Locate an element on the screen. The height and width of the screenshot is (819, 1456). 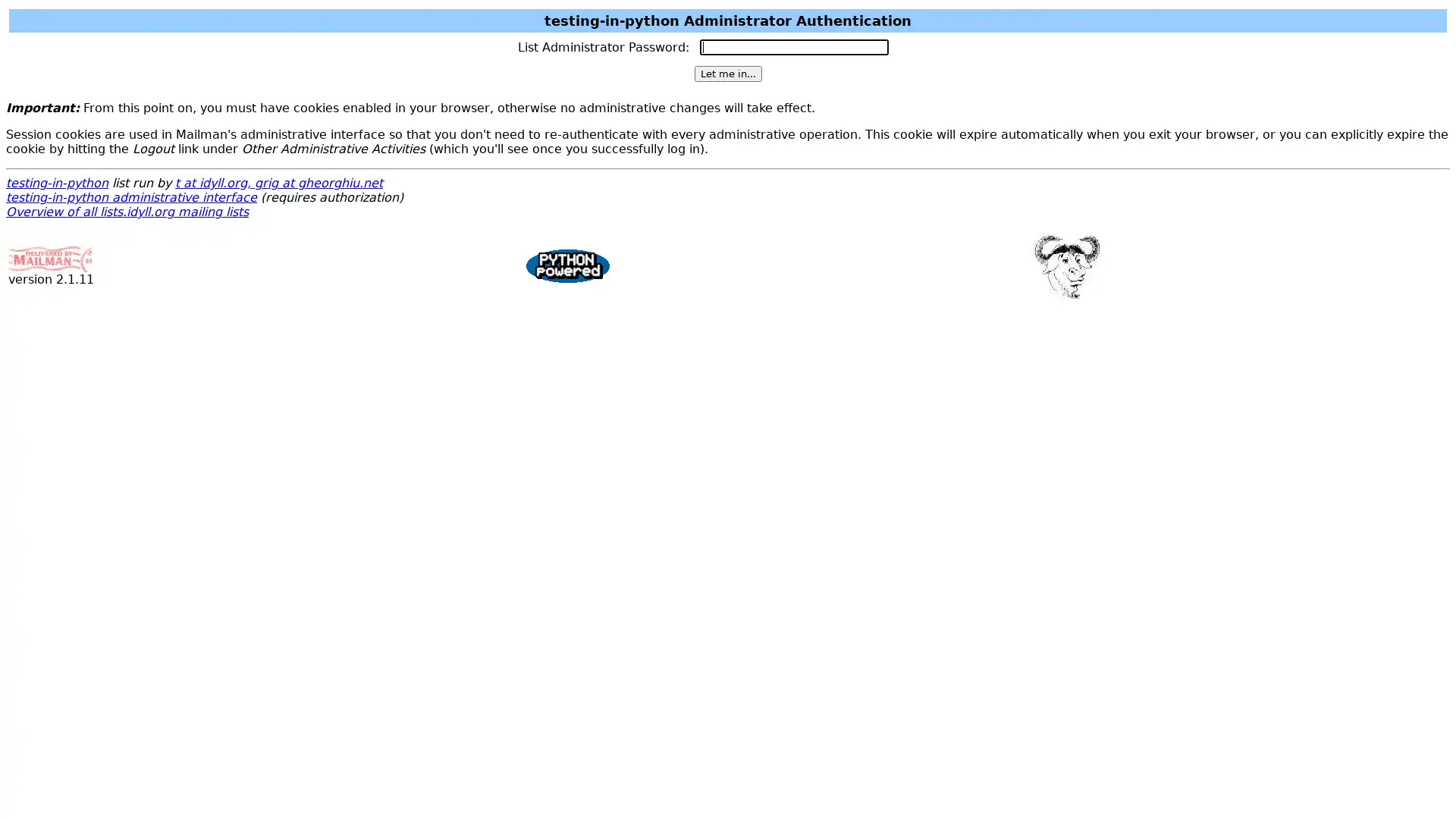
Let me in... is located at coordinates (726, 74).